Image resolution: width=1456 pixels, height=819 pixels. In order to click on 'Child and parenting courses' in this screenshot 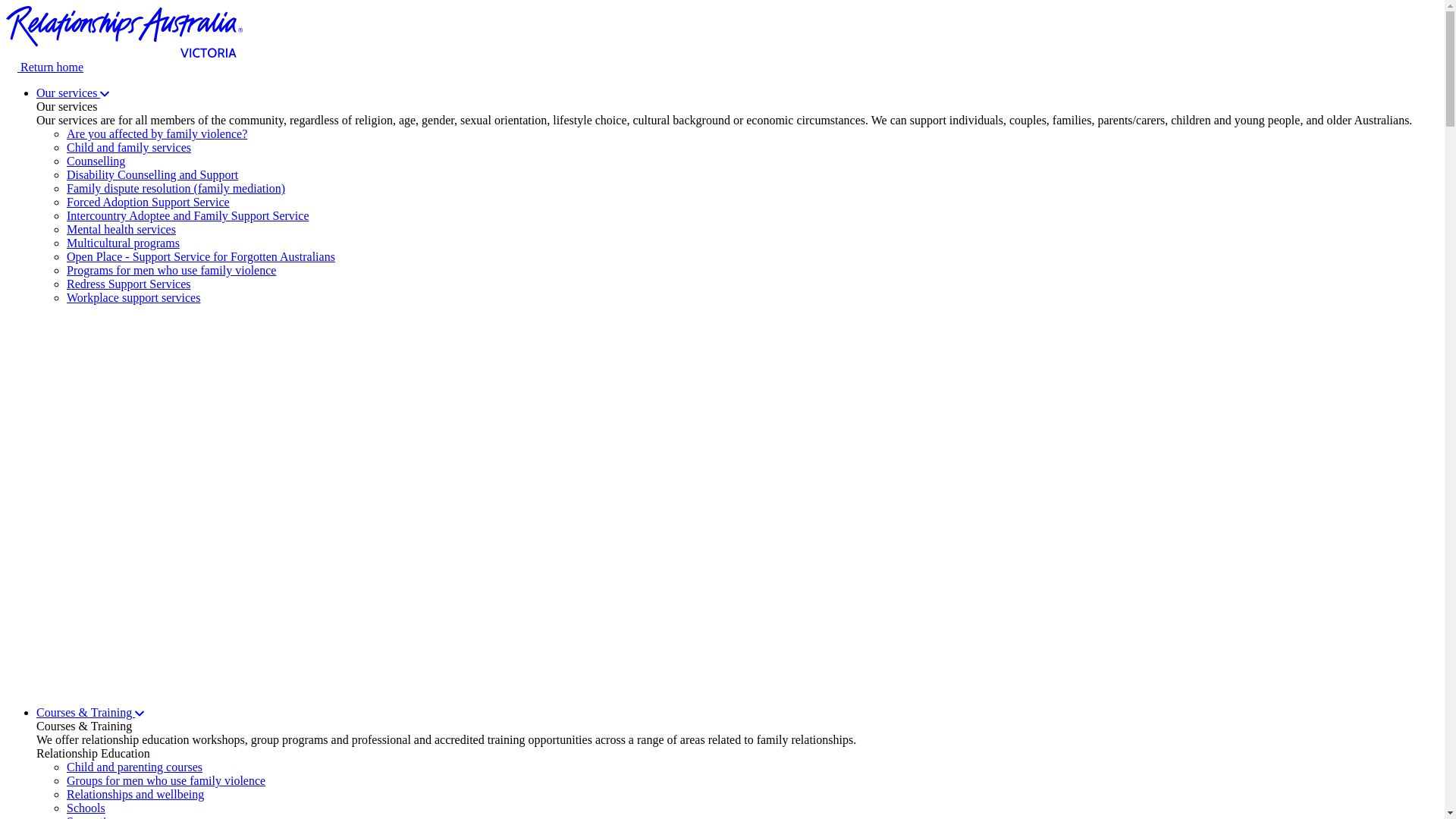, I will do `click(65, 767)`.